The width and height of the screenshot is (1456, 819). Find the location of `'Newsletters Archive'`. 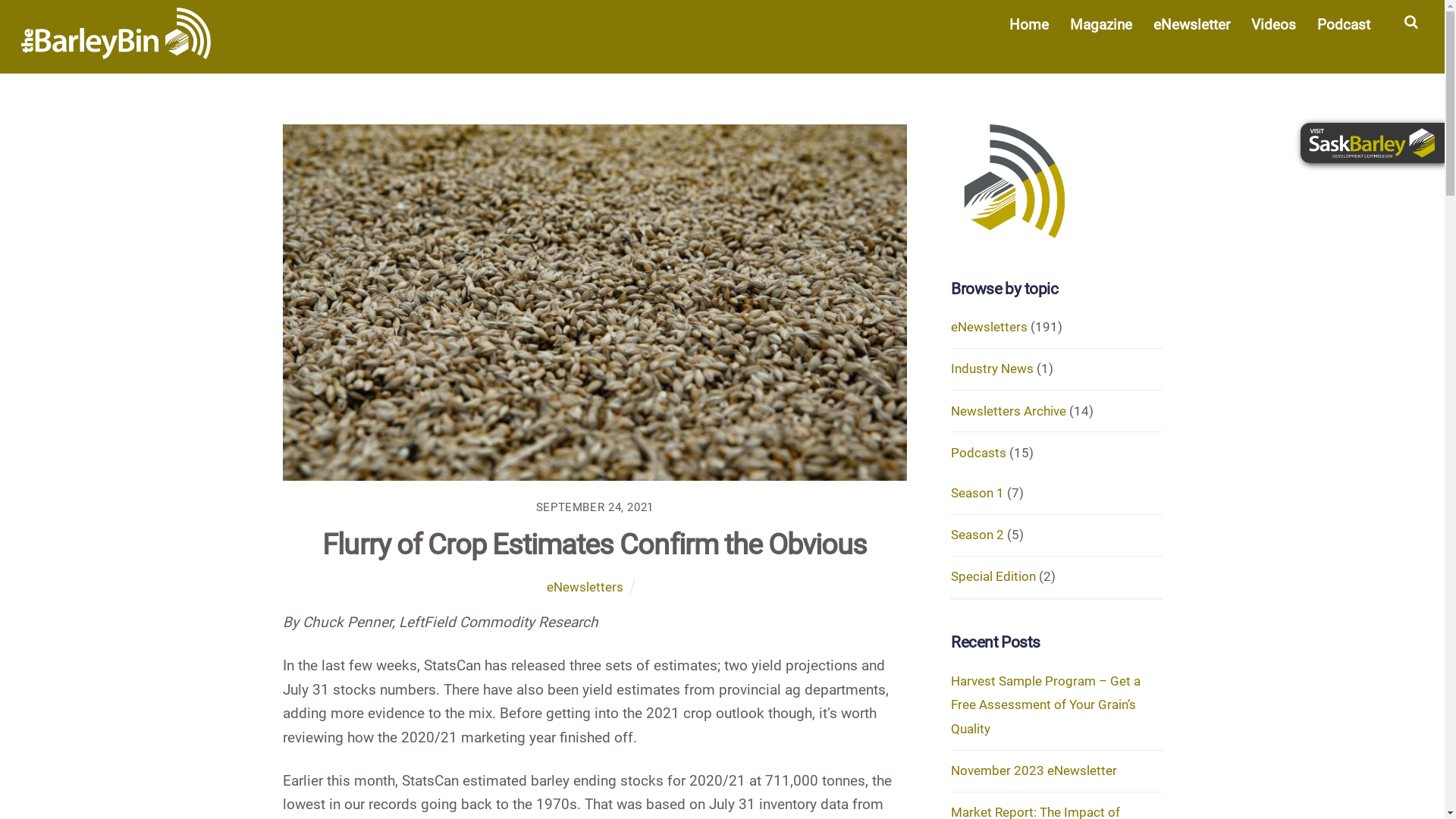

'Newsletters Archive' is located at coordinates (1008, 411).